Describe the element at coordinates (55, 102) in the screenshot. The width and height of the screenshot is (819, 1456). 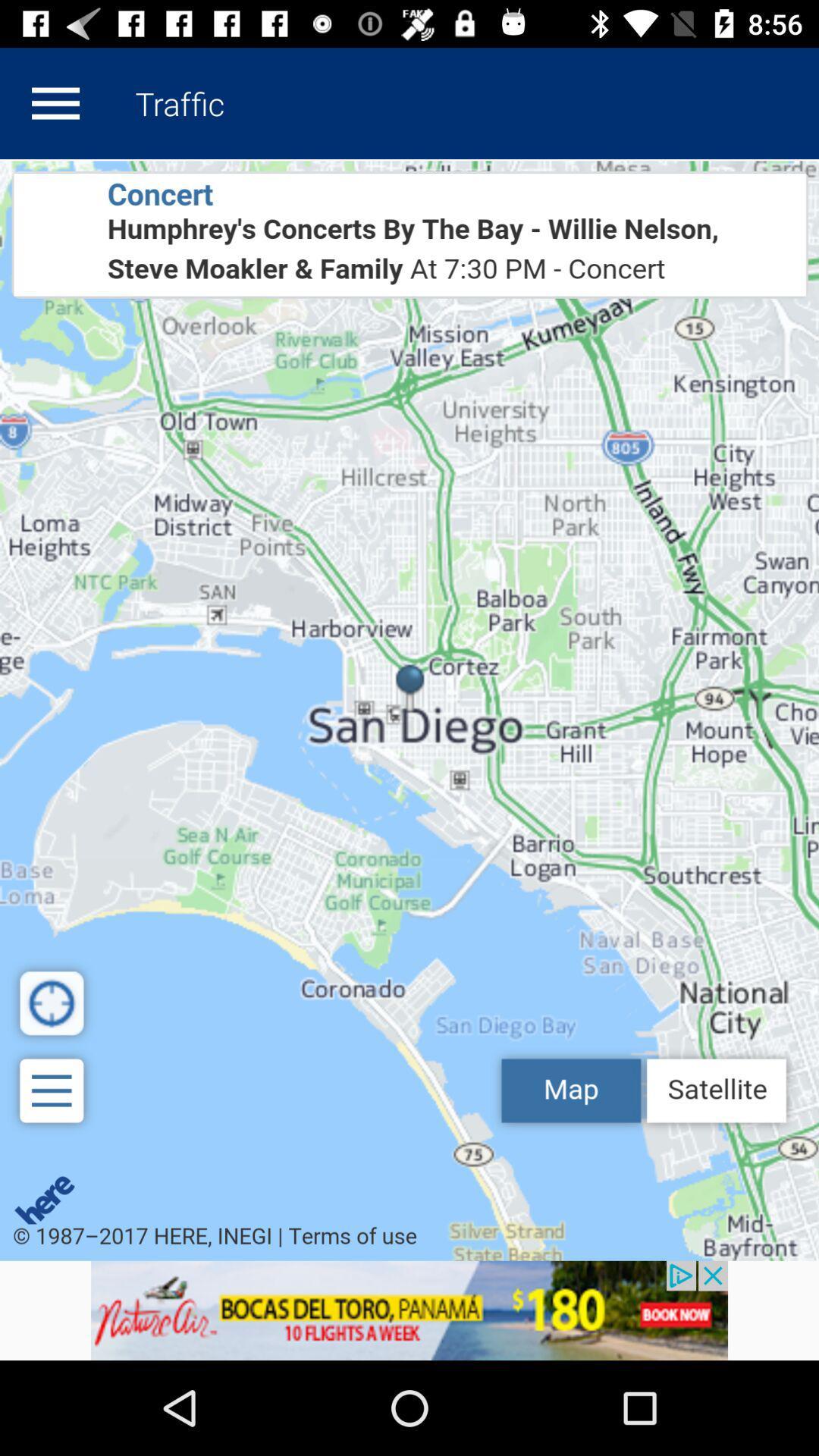
I see `menu option` at that location.